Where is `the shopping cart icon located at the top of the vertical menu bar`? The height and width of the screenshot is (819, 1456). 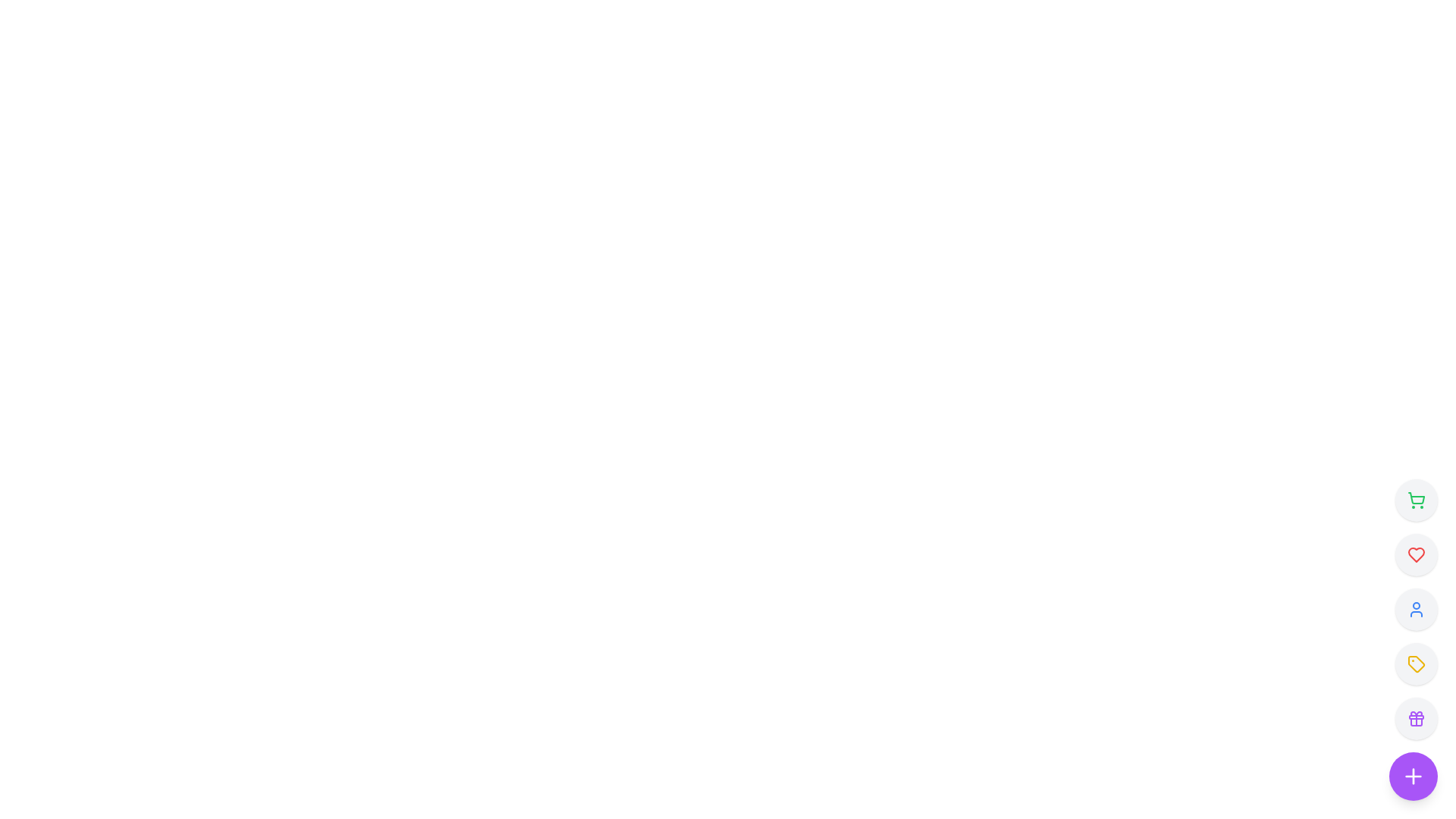
the shopping cart icon located at the top of the vertical menu bar is located at coordinates (1415, 500).